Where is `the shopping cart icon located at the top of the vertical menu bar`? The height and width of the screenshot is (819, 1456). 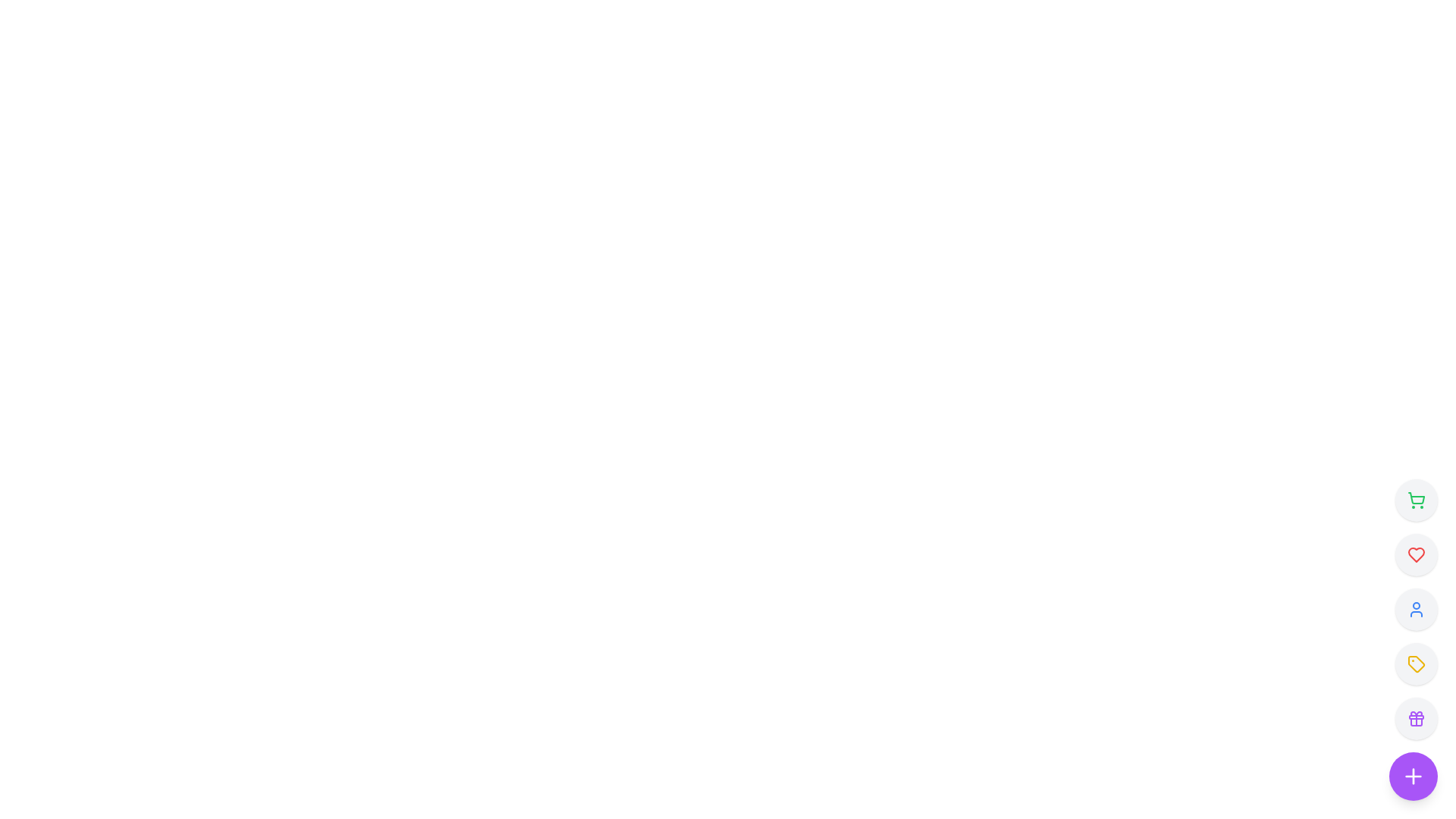
the shopping cart icon located at the top of the vertical menu bar is located at coordinates (1415, 500).